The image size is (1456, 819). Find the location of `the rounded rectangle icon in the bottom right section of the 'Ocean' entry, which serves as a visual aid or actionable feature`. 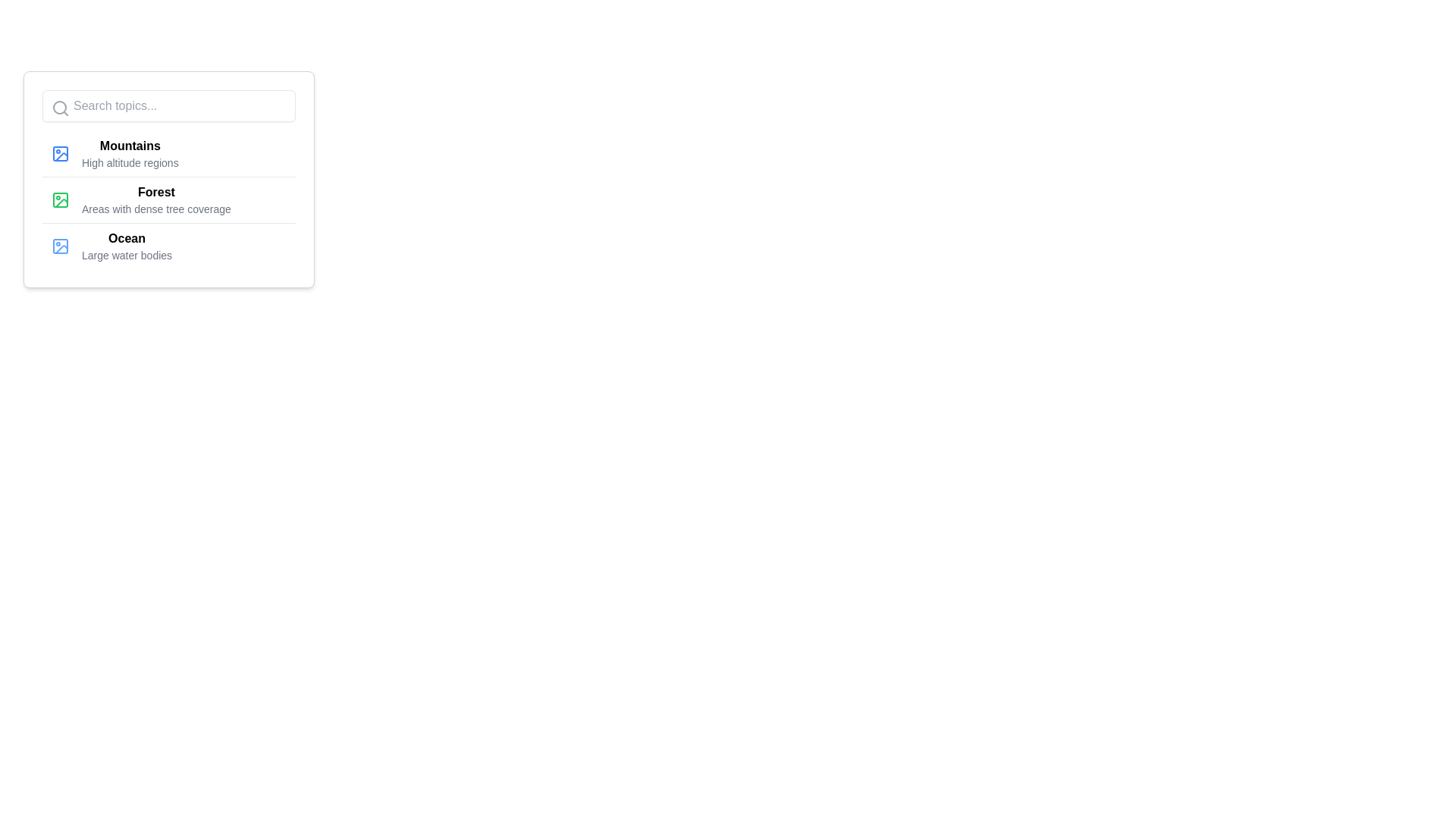

the rounded rectangle icon in the bottom right section of the 'Ocean' entry, which serves as a visual aid or actionable feature is located at coordinates (61, 245).